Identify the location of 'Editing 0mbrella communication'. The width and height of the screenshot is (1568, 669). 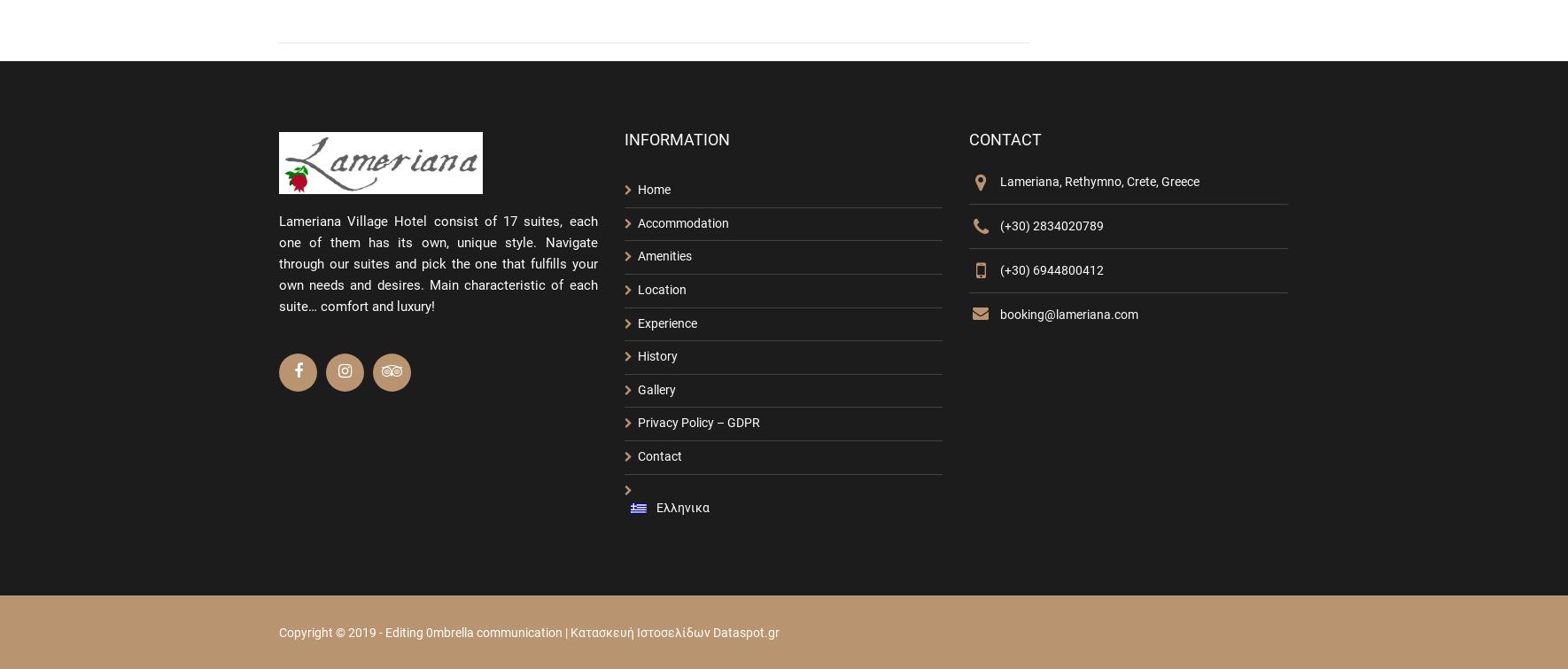
(474, 631).